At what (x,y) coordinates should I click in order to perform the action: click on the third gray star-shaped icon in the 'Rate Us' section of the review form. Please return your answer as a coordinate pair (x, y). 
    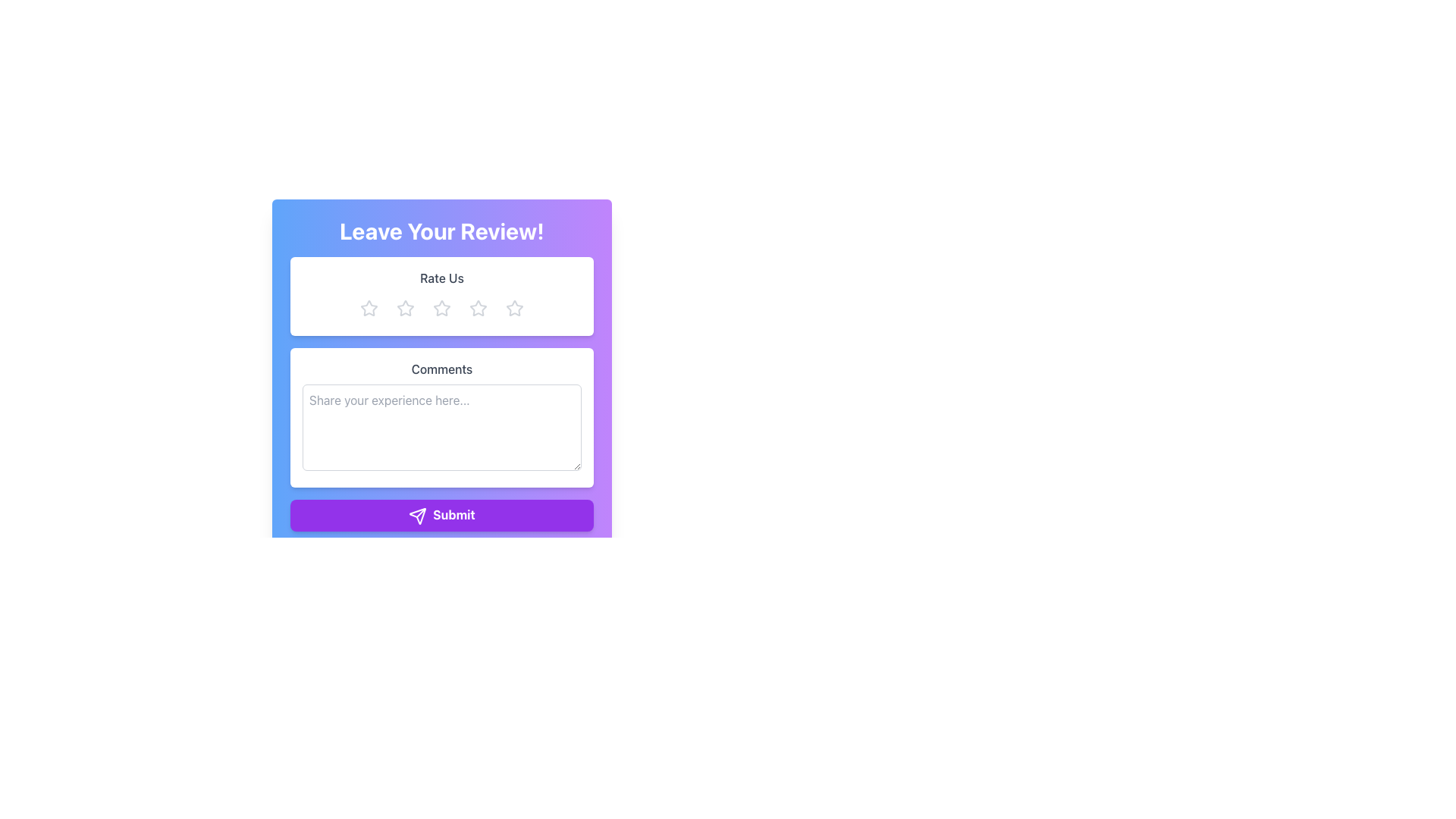
    Looking at the image, I should click on (441, 308).